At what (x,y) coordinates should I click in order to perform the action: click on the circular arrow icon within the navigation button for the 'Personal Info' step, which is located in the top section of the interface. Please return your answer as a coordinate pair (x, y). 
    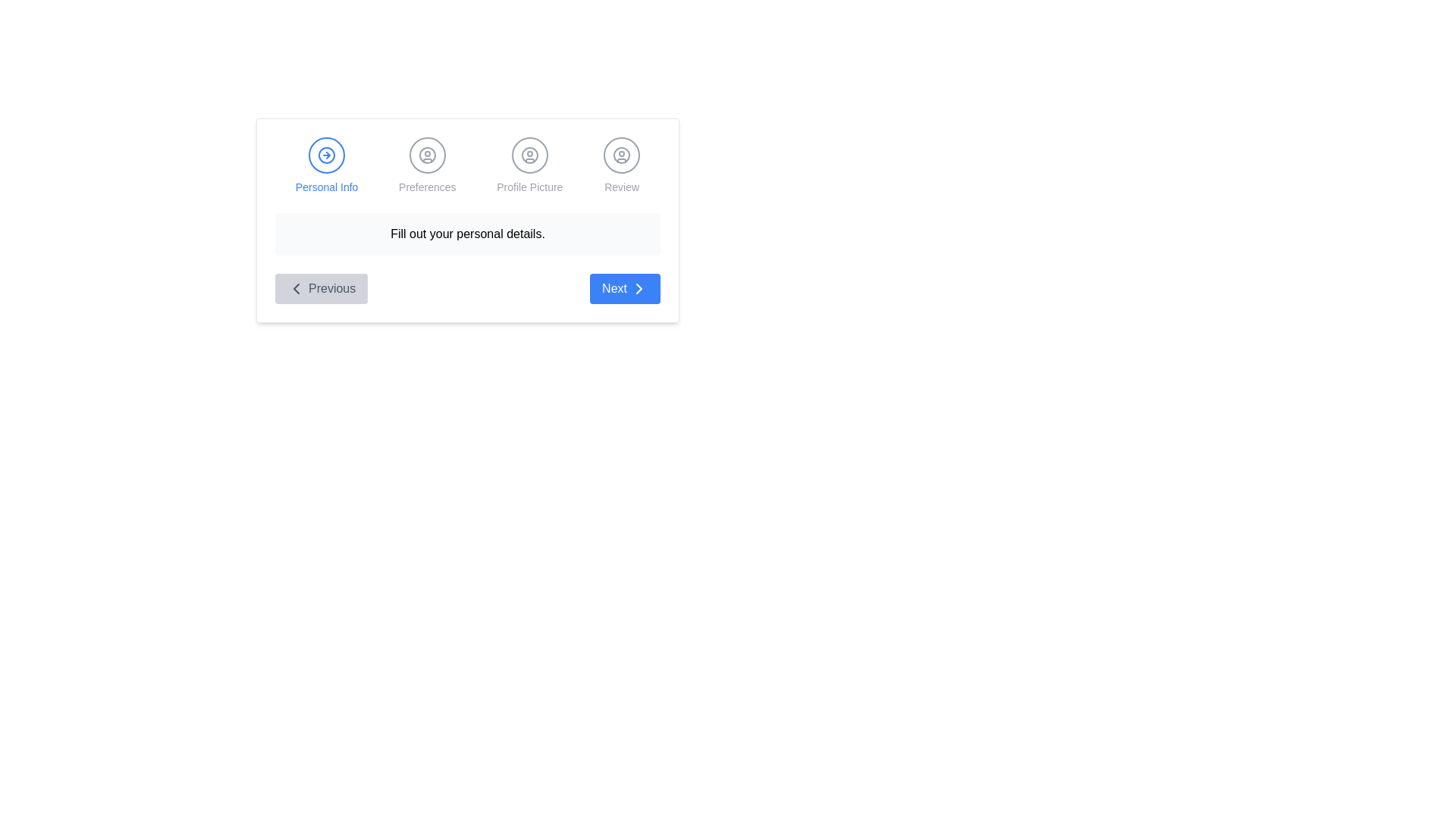
    Looking at the image, I should click on (326, 155).